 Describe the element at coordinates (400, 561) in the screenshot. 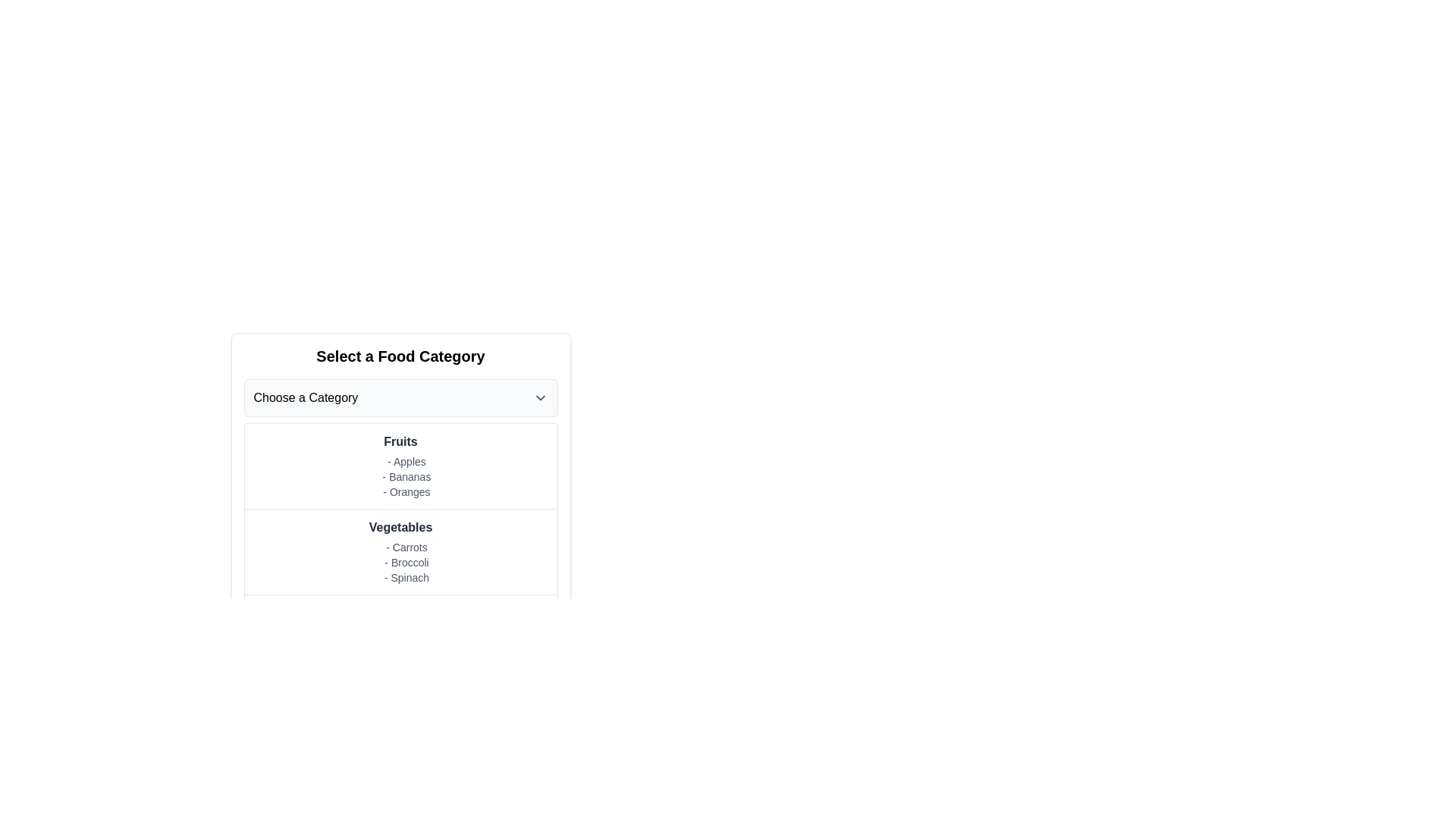

I see `the text block containing the list items '- Carrots', '- Broccoli', and '- Spinach' to highlight it` at that location.